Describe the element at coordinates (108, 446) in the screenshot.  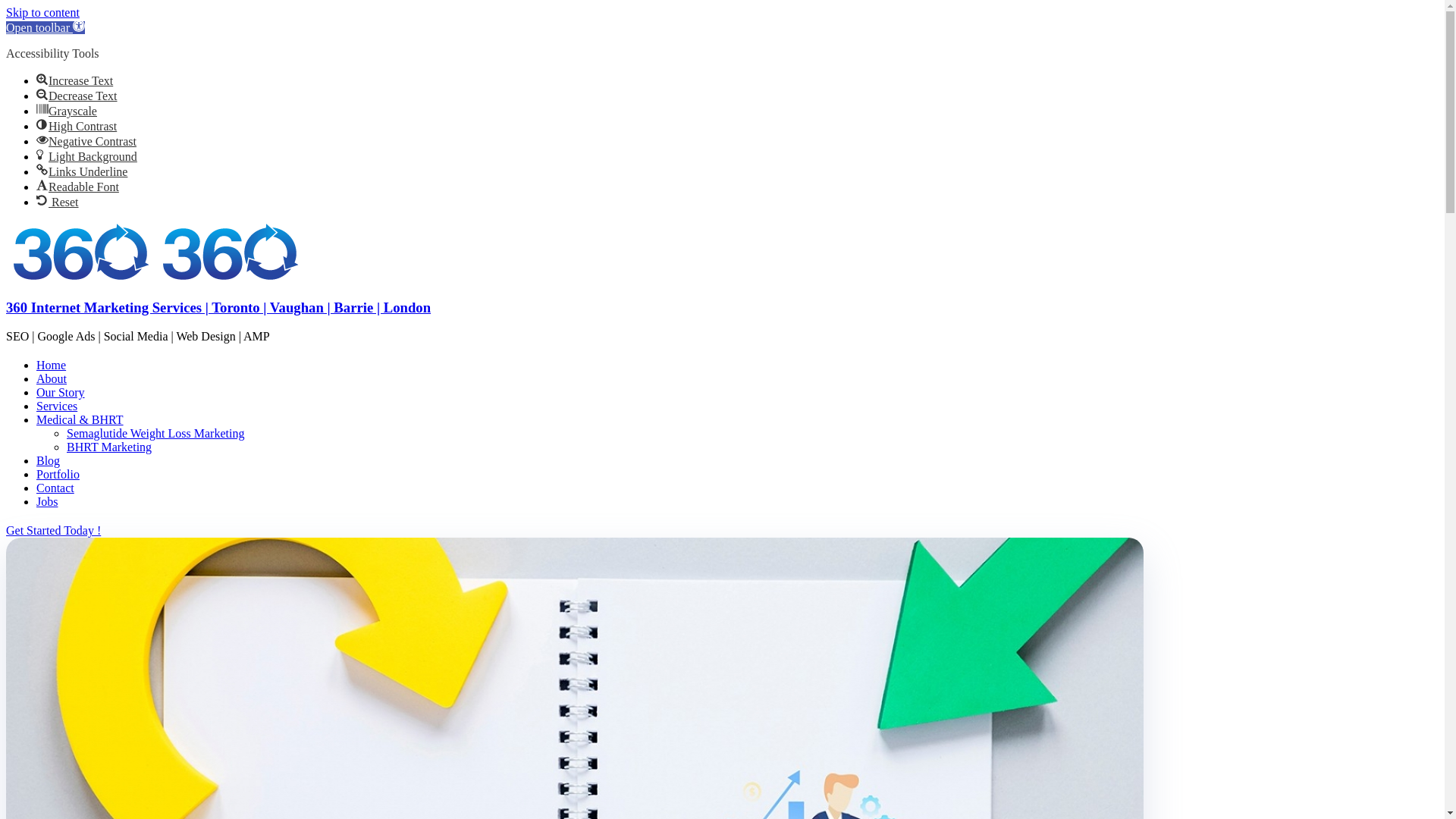
I see `'BHRT Marketing'` at that location.